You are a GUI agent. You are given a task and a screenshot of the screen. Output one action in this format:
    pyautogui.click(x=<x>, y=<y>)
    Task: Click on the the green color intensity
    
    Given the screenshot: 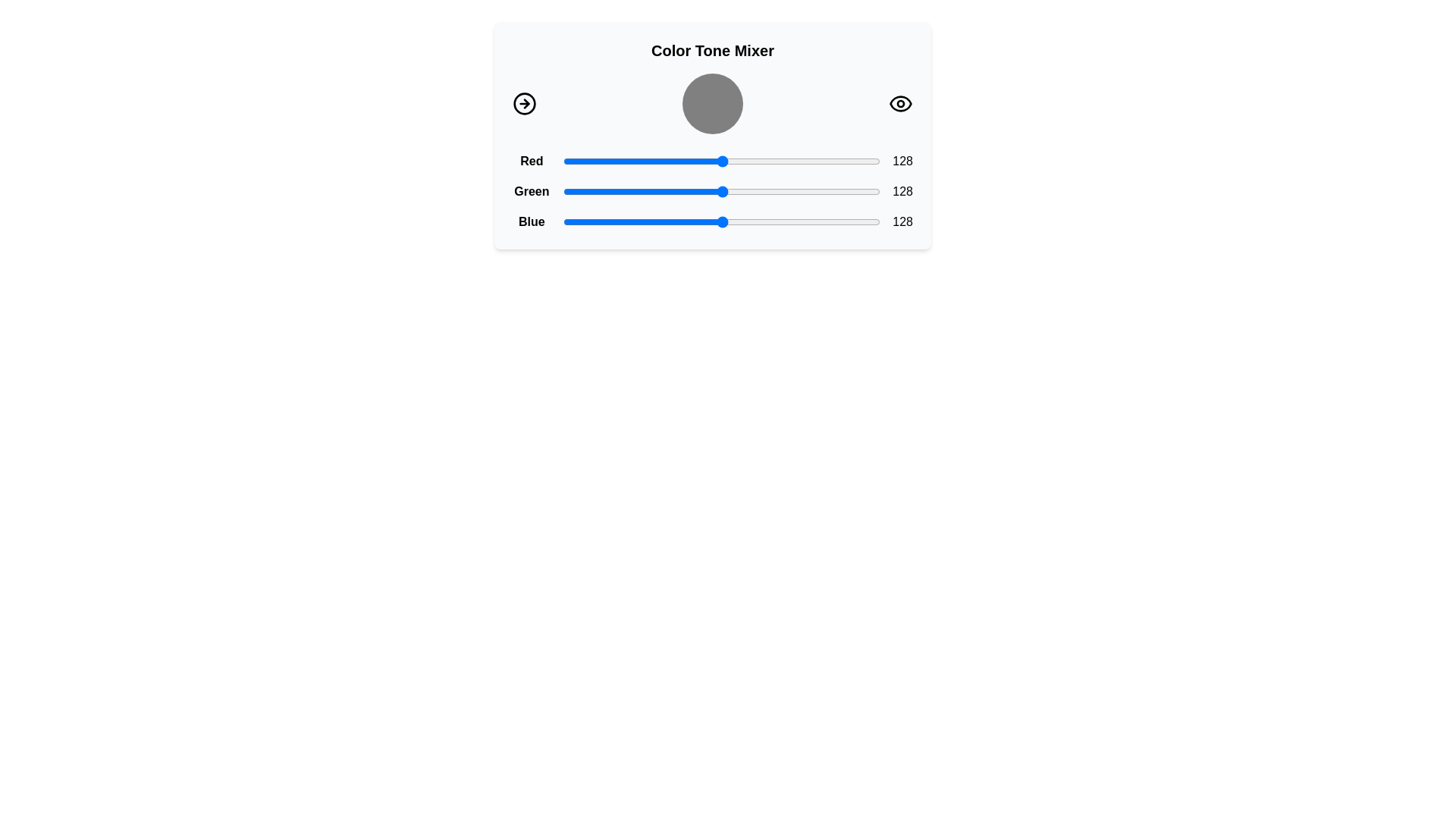 What is the action you would take?
    pyautogui.click(x=575, y=191)
    